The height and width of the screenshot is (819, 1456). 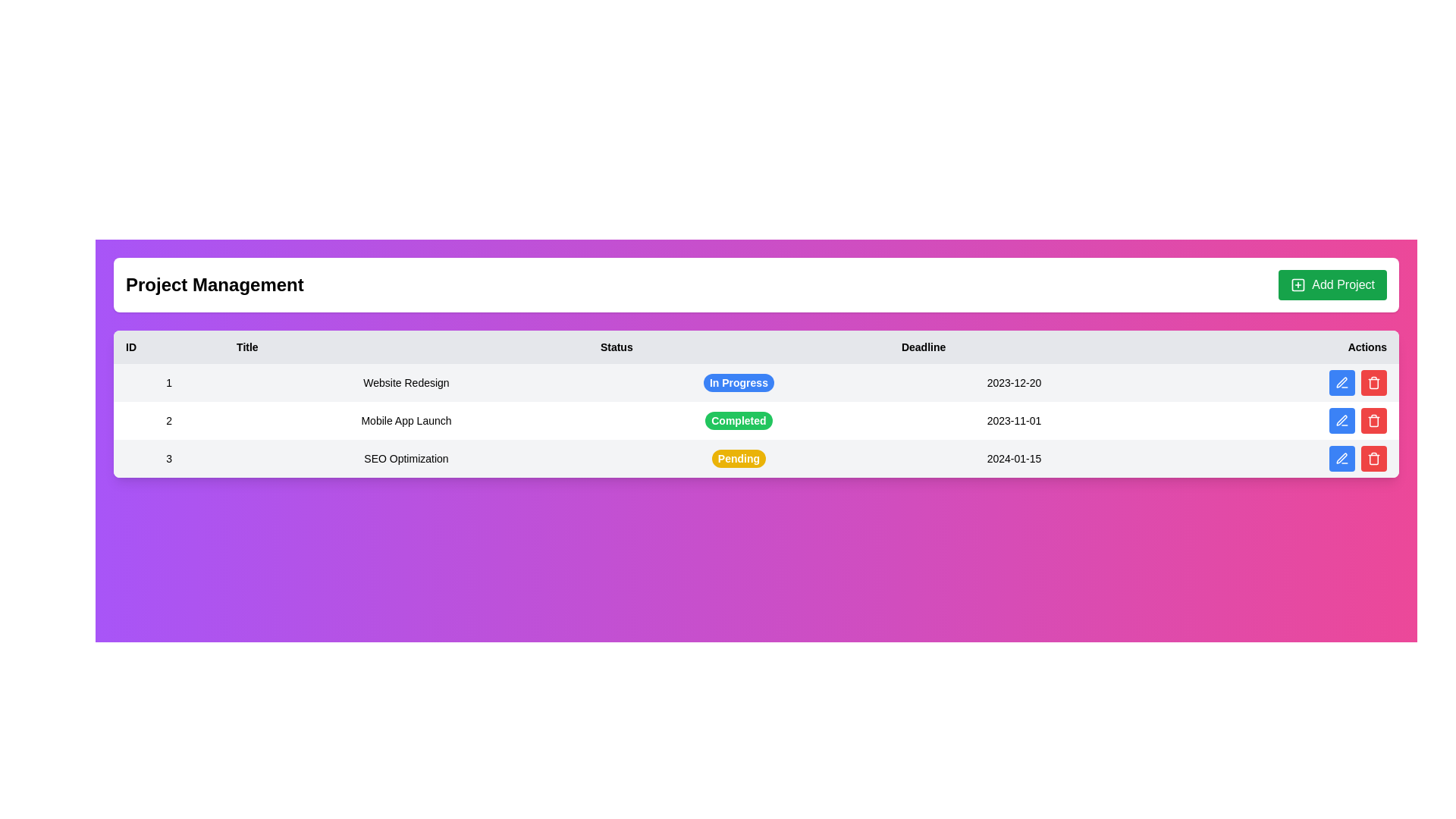 What do you see at coordinates (1373, 459) in the screenshot?
I see `the trash can icon representing the delete functionality in the 'Actions' column of the third row for the 'SEO Optimization' project` at bounding box center [1373, 459].